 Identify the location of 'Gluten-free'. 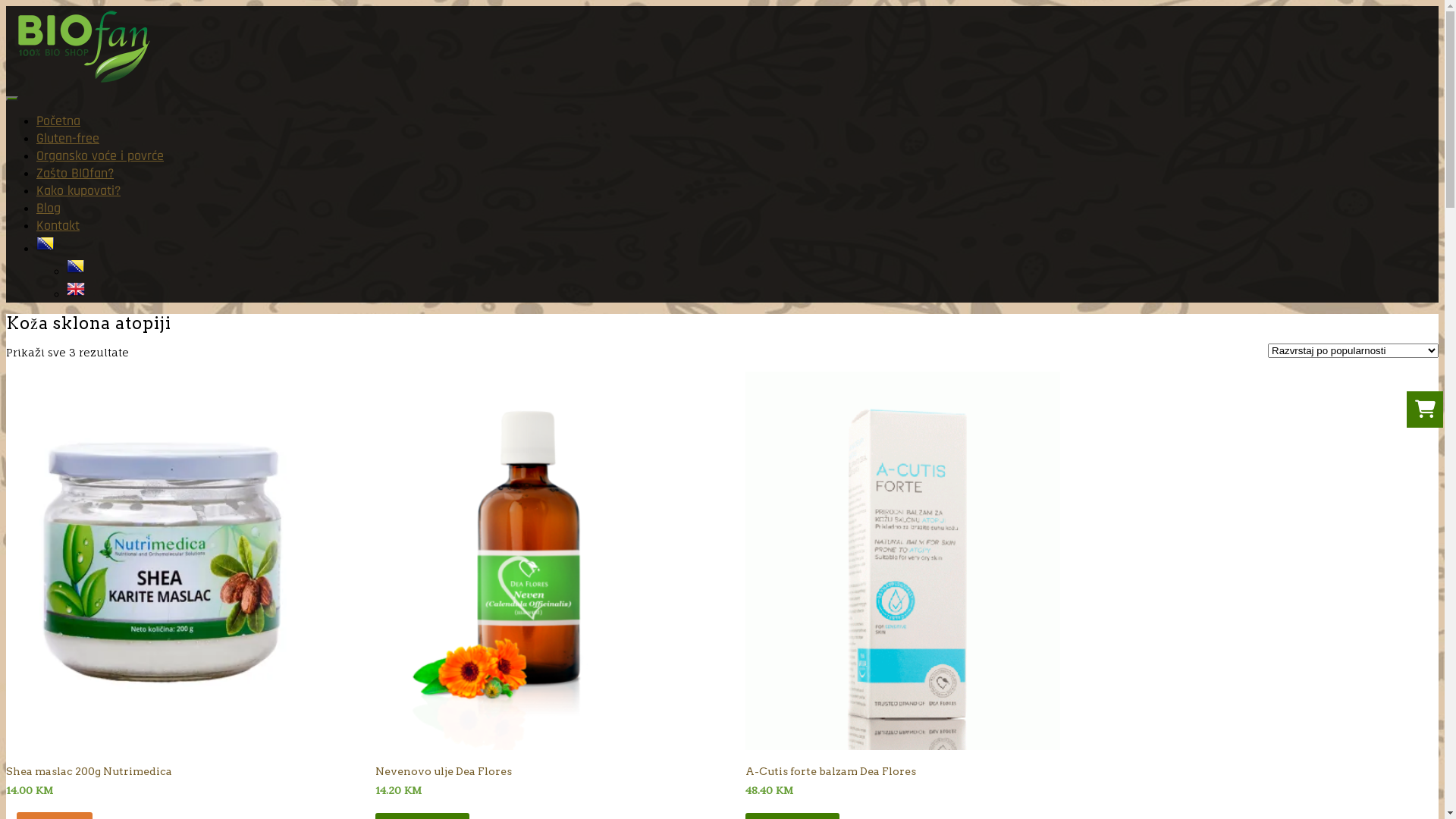
(36, 138).